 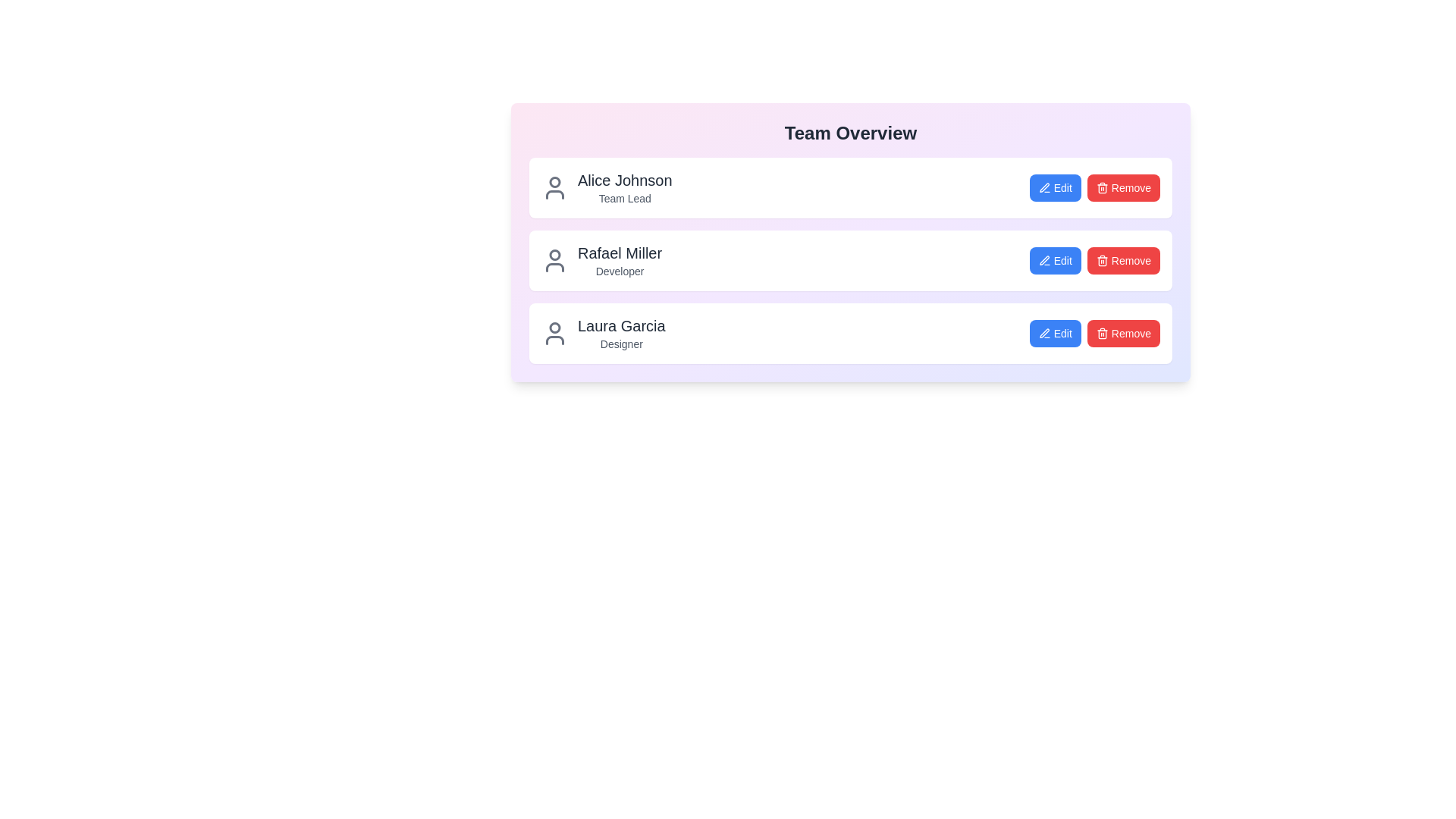 What do you see at coordinates (1123, 259) in the screenshot?
I see `'Remove' button for the team member Rafael Miller` at bounding box center [1123, 259].